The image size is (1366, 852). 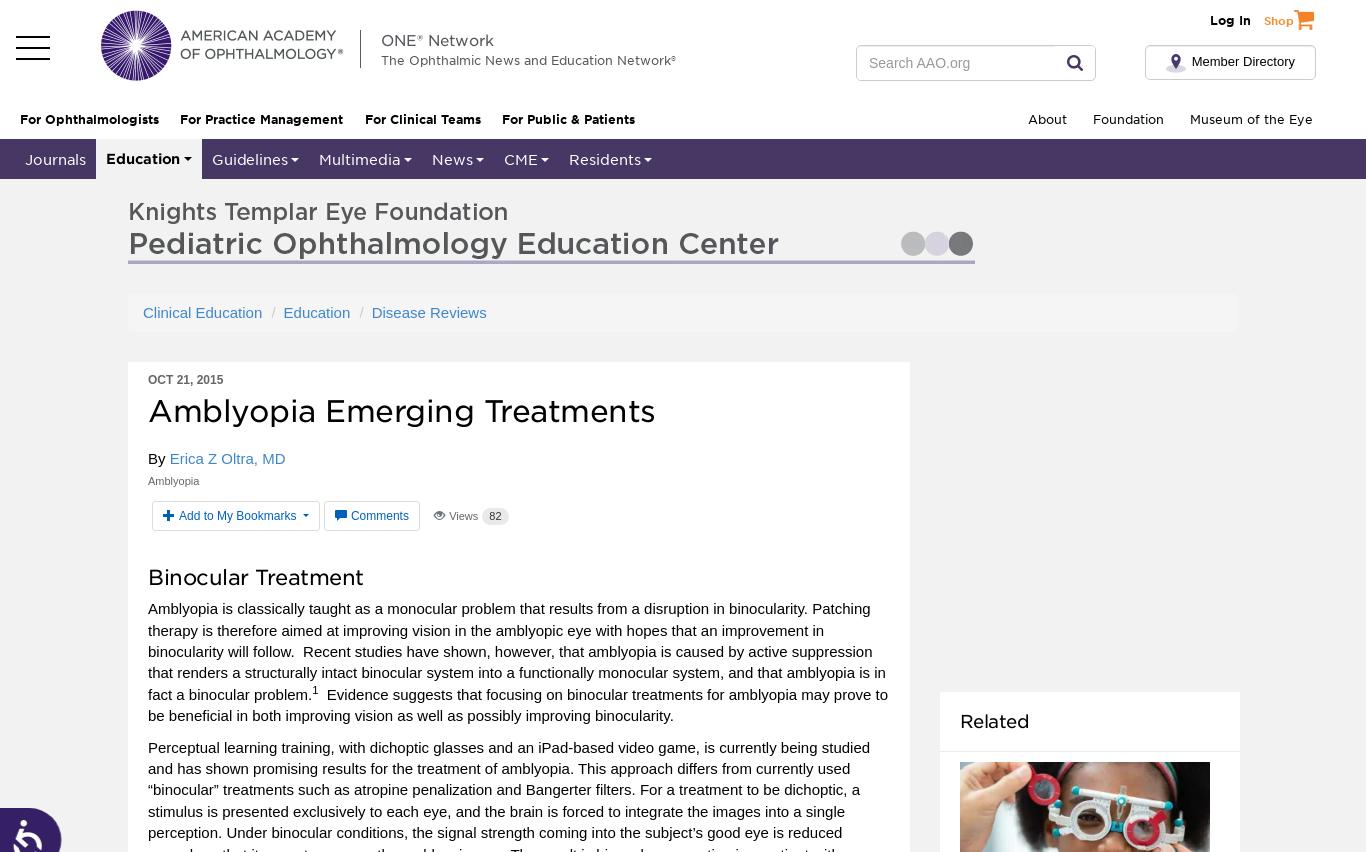 I want to click on '82', so click(x=489, y=514).